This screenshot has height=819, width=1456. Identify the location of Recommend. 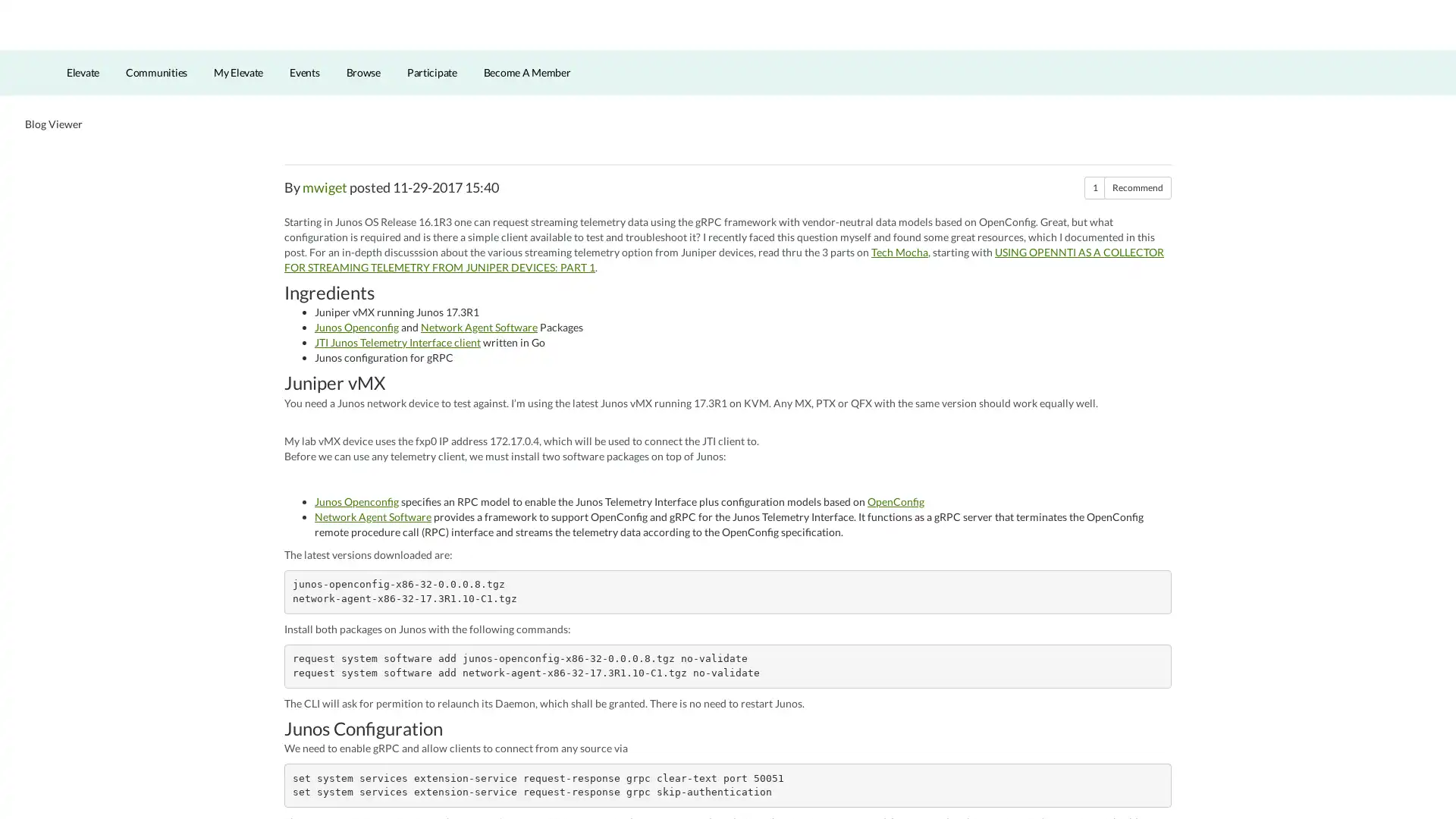
(1137, 213).